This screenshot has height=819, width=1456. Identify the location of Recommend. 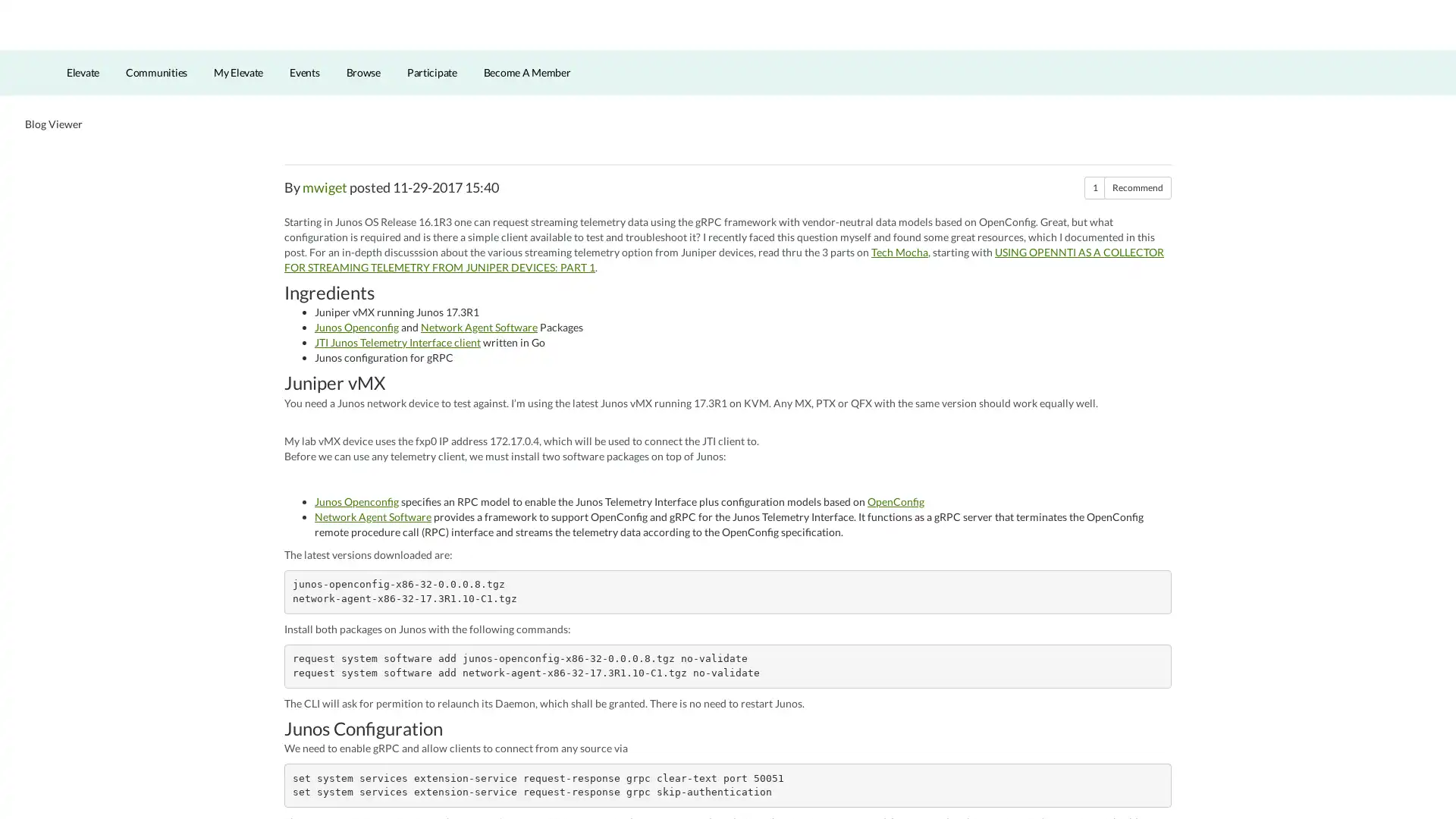
(1137, 213).